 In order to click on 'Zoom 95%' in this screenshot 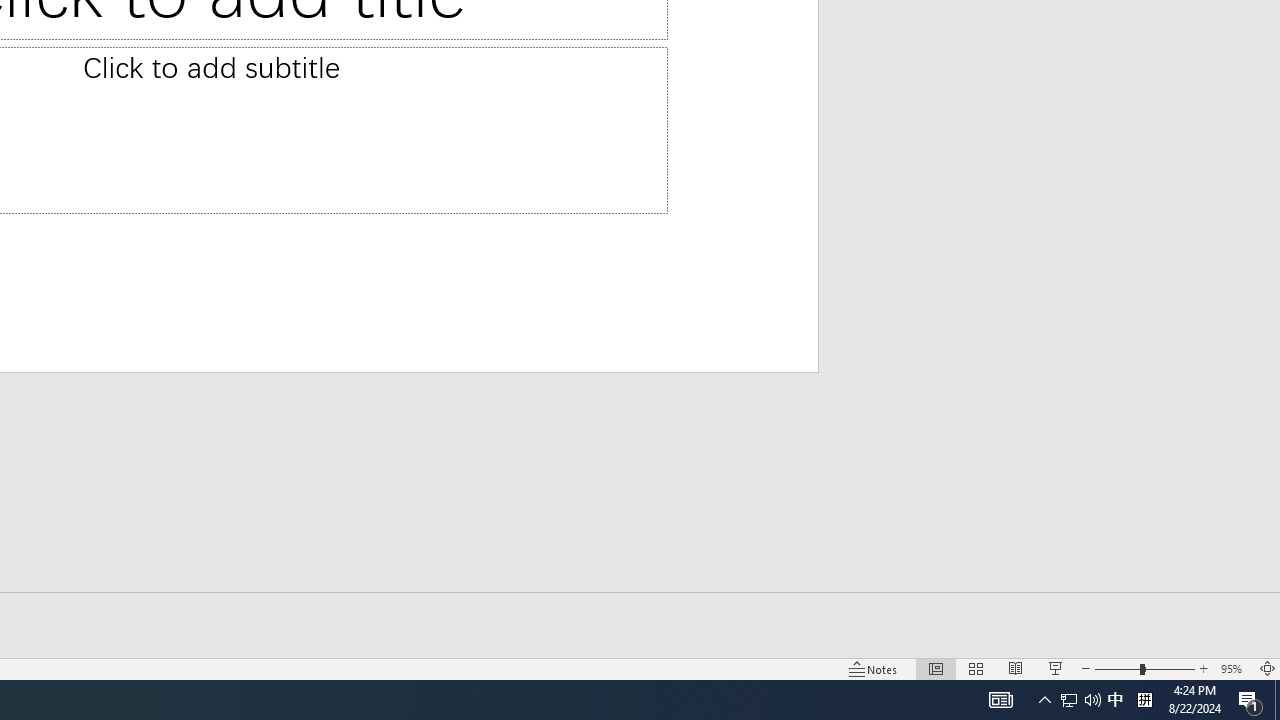, I will do `click(1233, 669)`.